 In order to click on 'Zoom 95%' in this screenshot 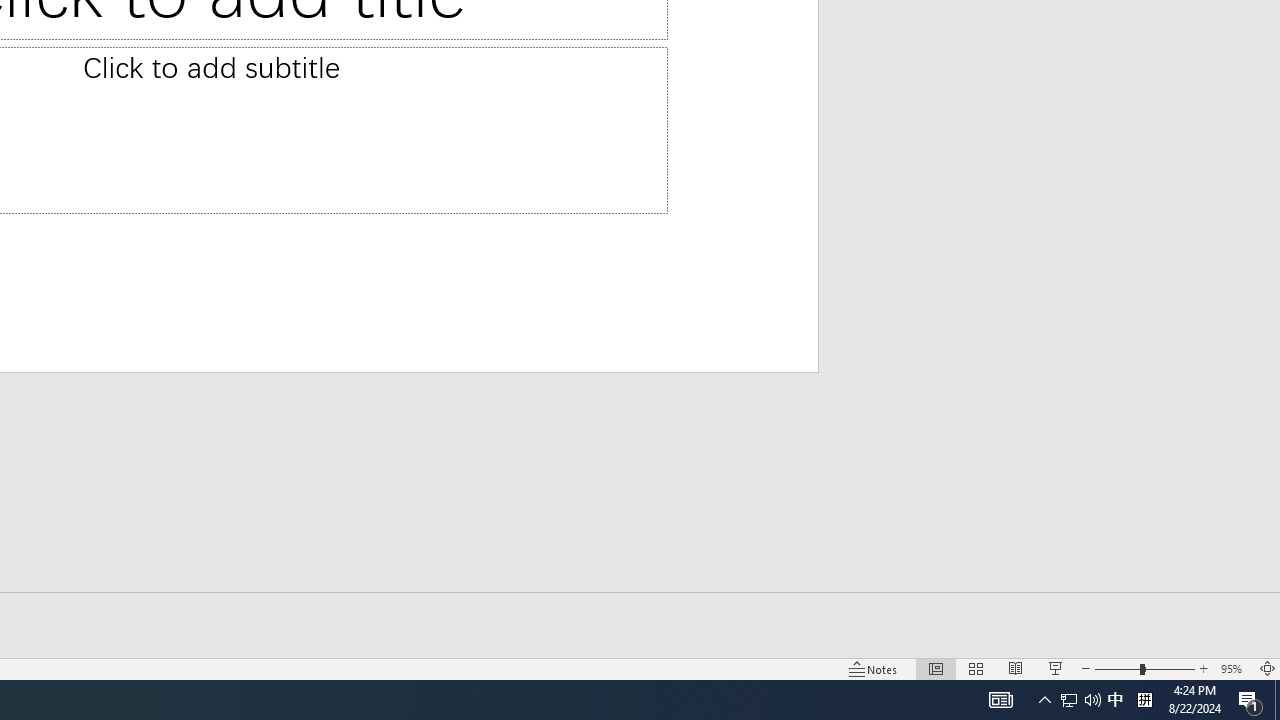, I will do `click(1233, 669)`.